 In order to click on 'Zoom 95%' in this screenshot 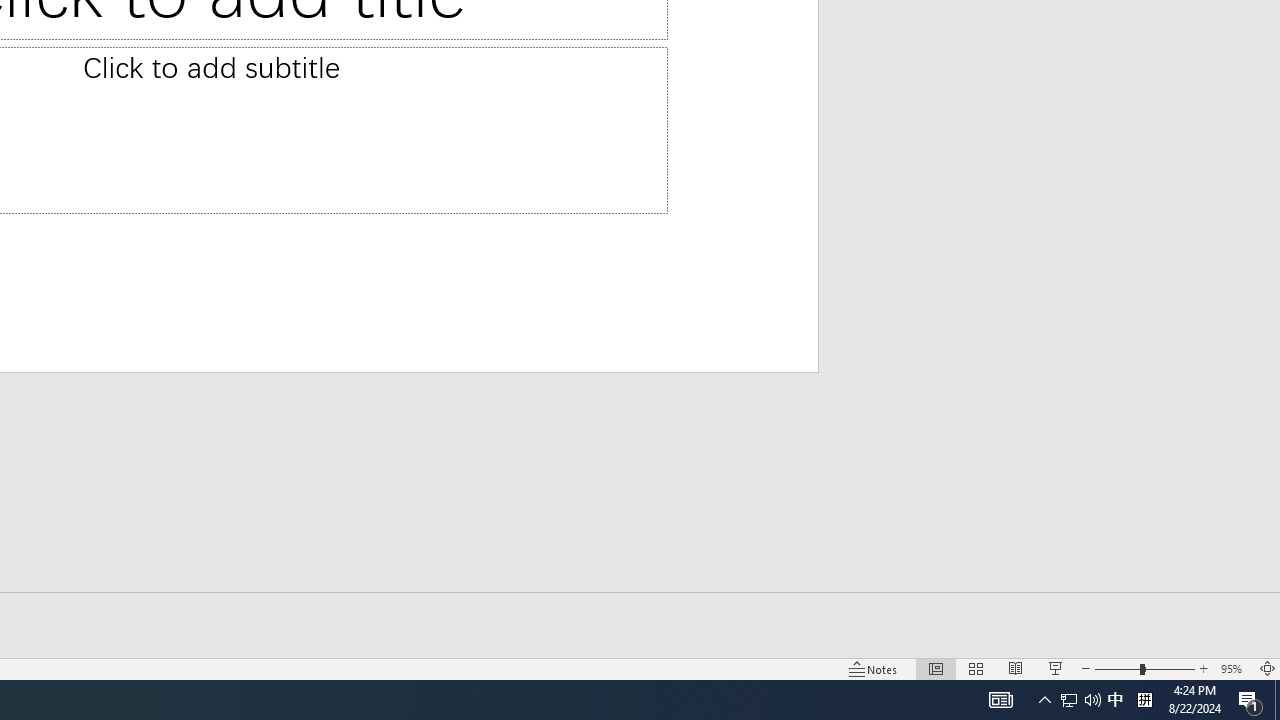, I will do `click(1233, 669)`.